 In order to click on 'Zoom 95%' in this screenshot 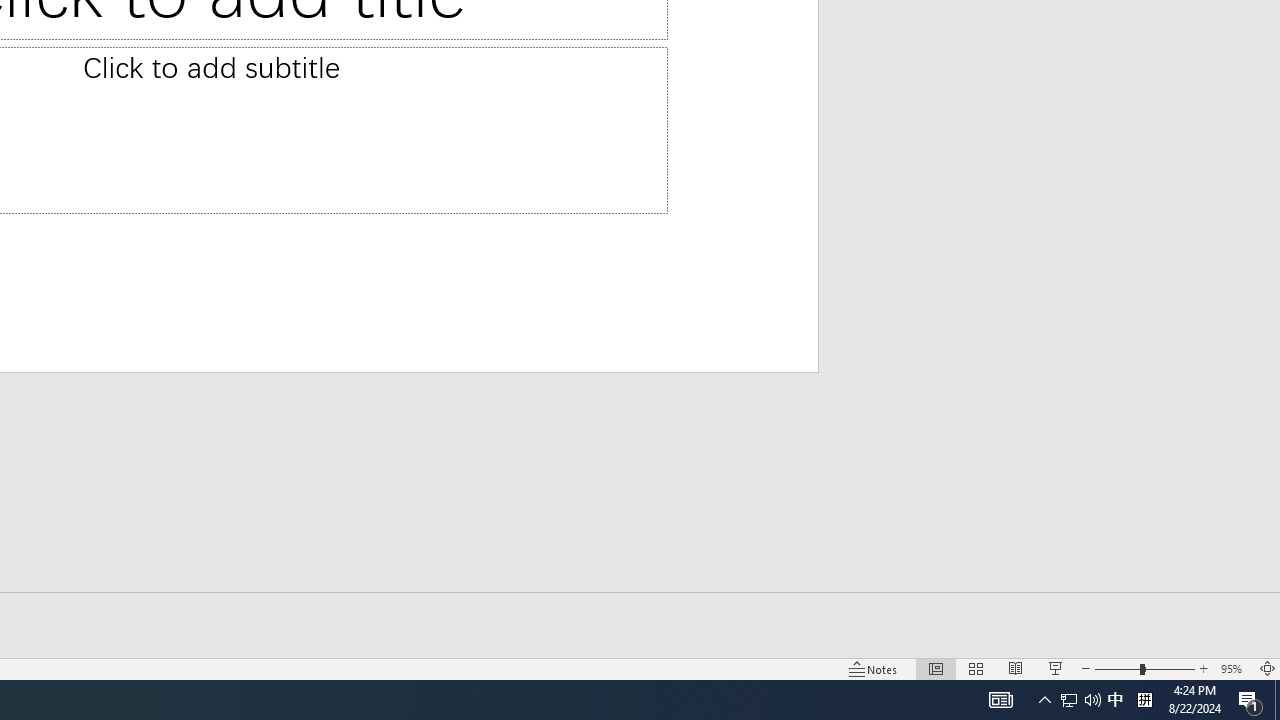, I will do `click(1233, 669)`.